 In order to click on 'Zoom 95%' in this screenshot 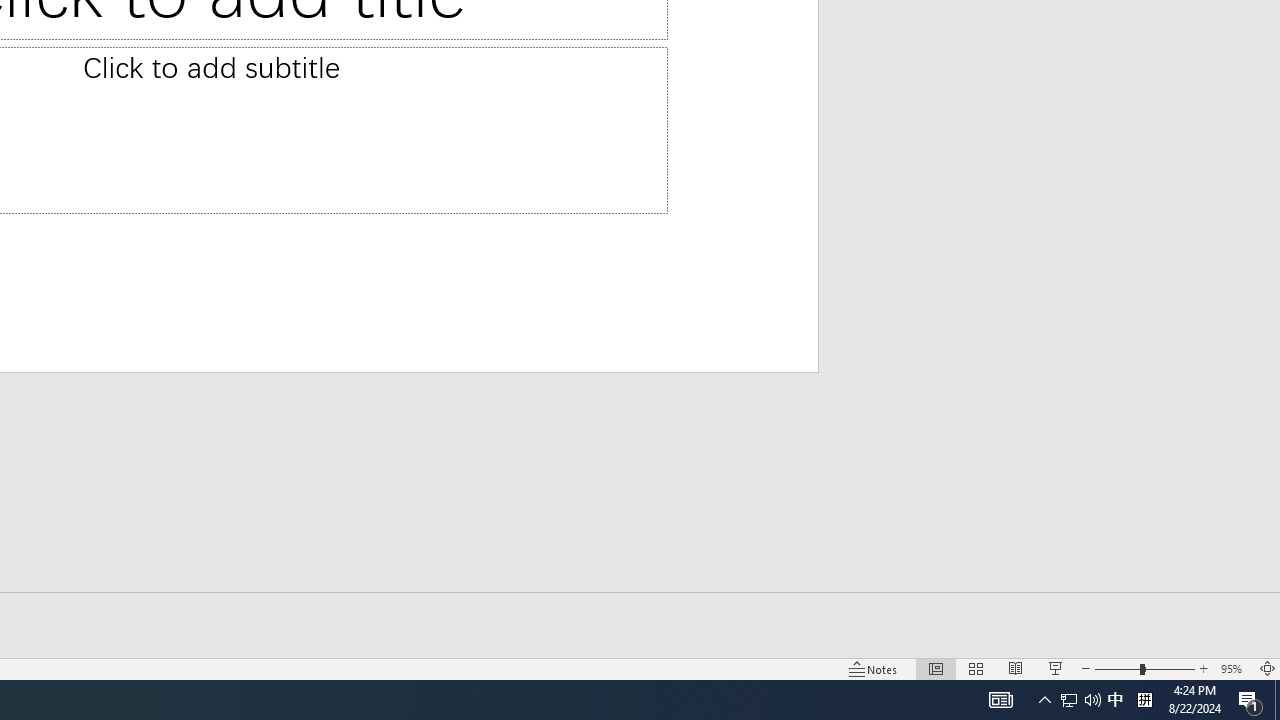, I will do `click(1233, 669)`.